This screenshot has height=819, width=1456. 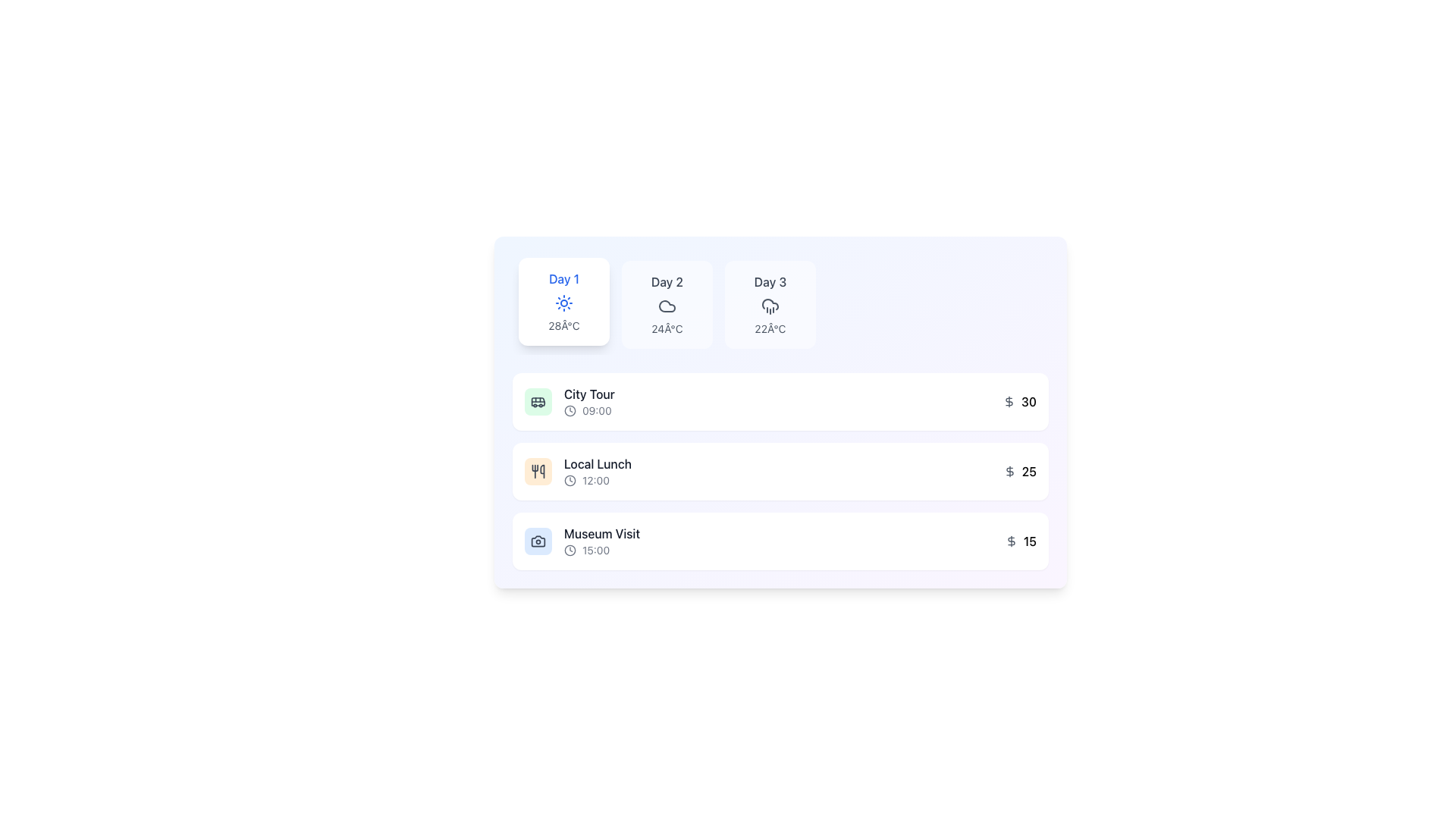 I want to click on the clock icon located to the left of the '09:00' text in the middle row of the 'City Tour' schedule, so click(x=570, y=411).